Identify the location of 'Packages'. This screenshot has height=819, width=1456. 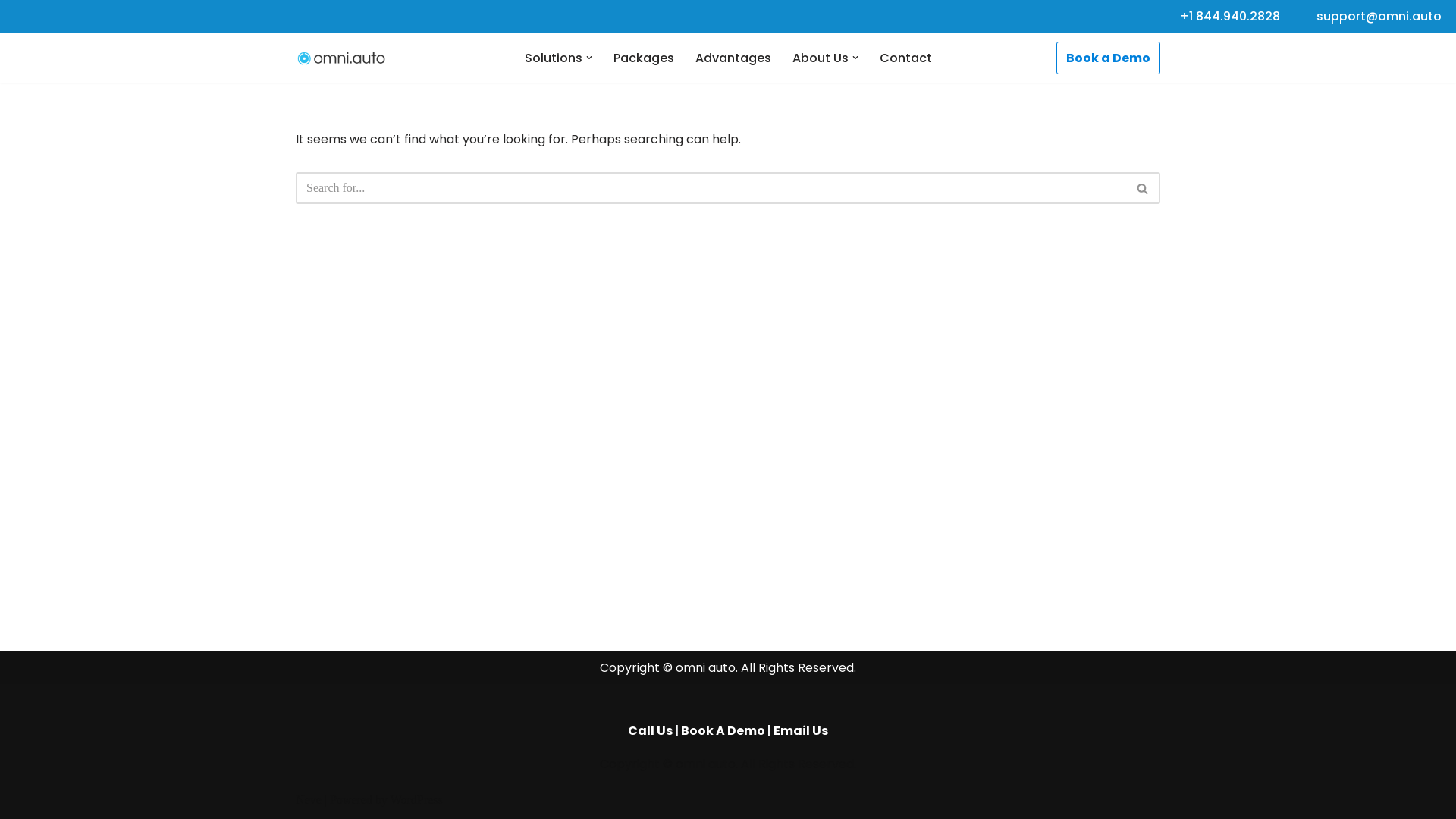
(643, 57).